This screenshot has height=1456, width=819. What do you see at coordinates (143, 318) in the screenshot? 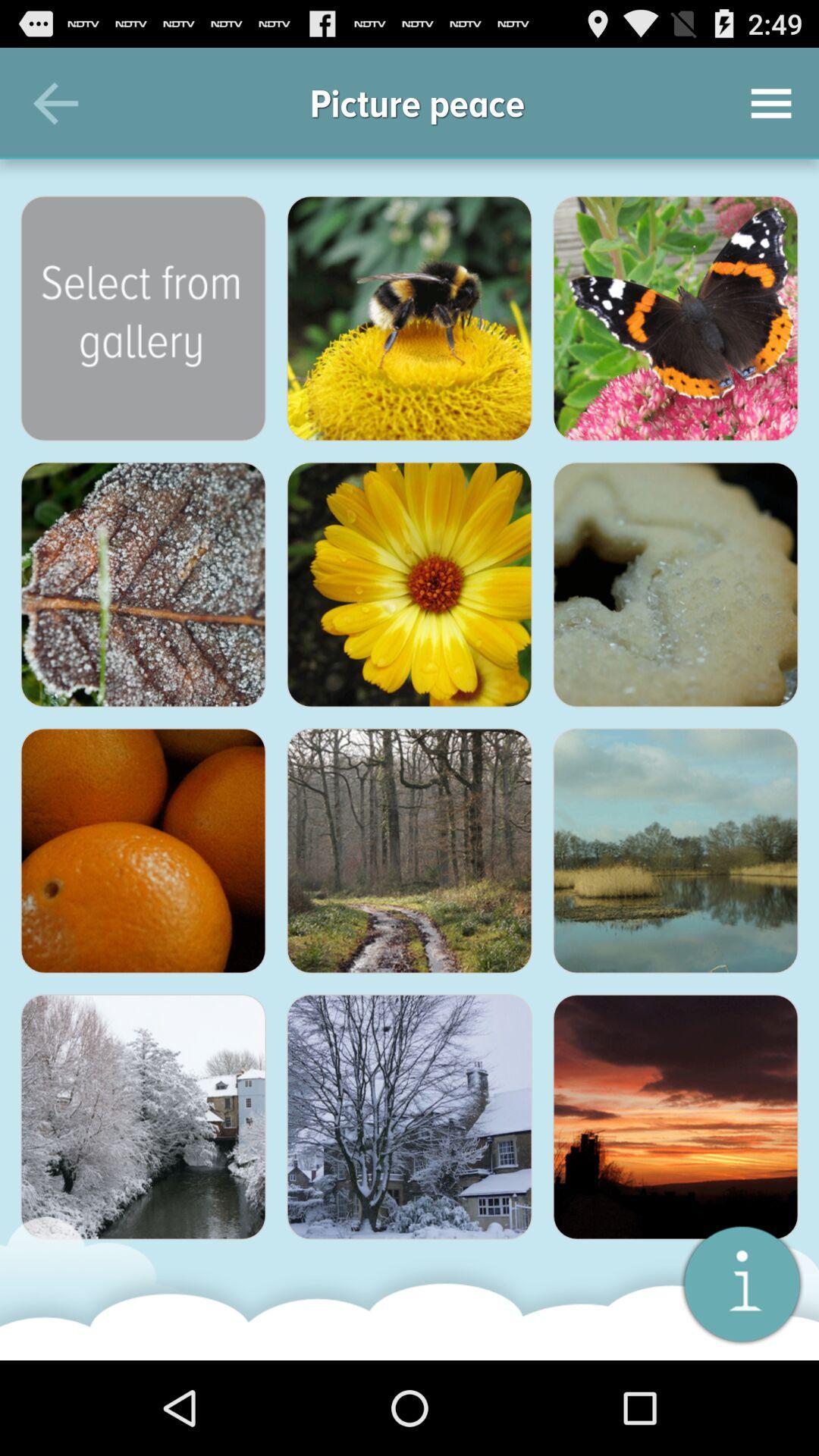
I see `a picture` at bounding box center [143, 318].